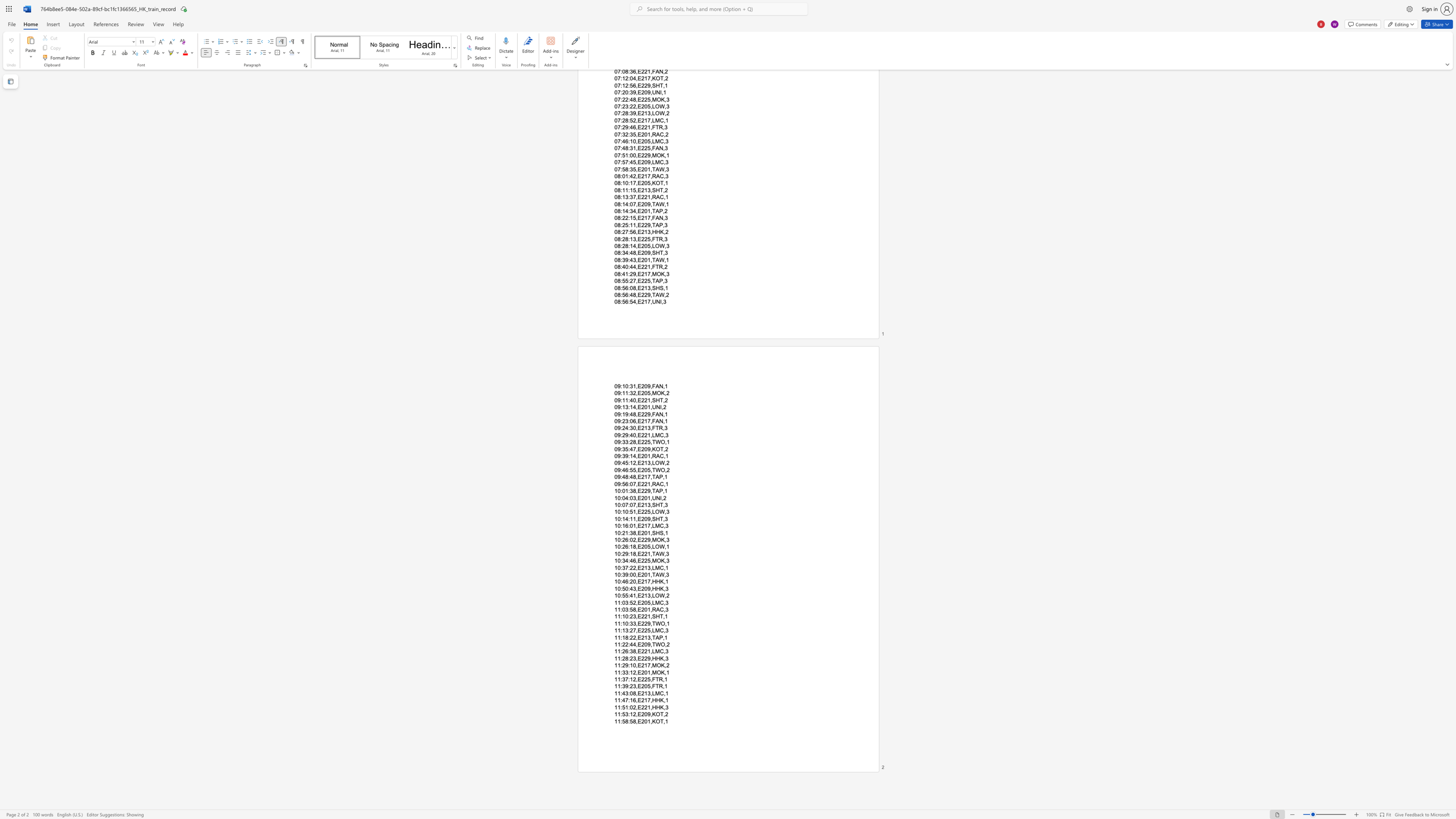  I want to click on the space between the continuous character "T" and "R" in the text, so click(658, 679).